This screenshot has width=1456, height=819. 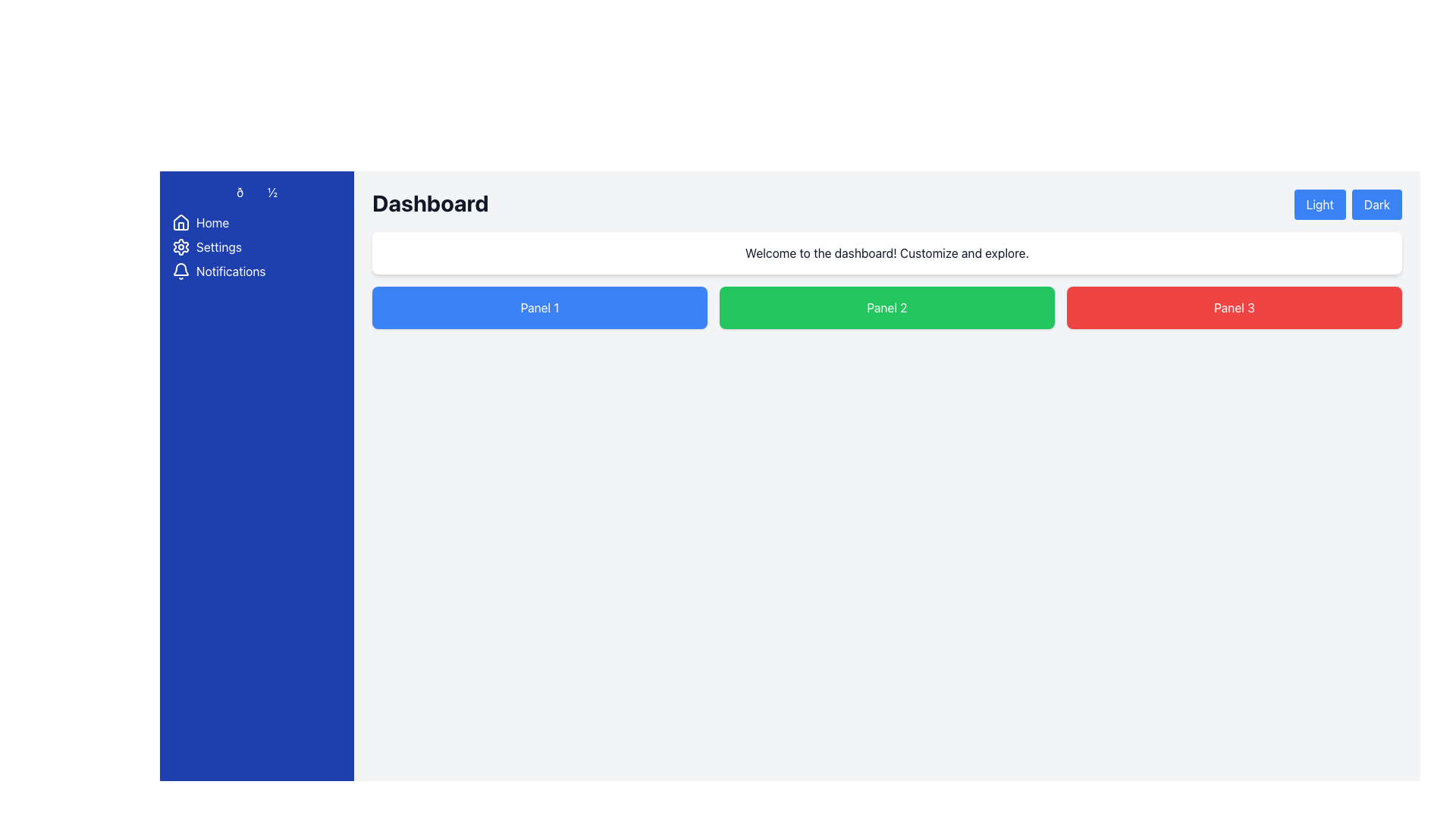 I want to click on the bell icon representing notifications, located as the leftmost element in the navigation bar below the 'Settings' entry, so click(x=181, y=271).